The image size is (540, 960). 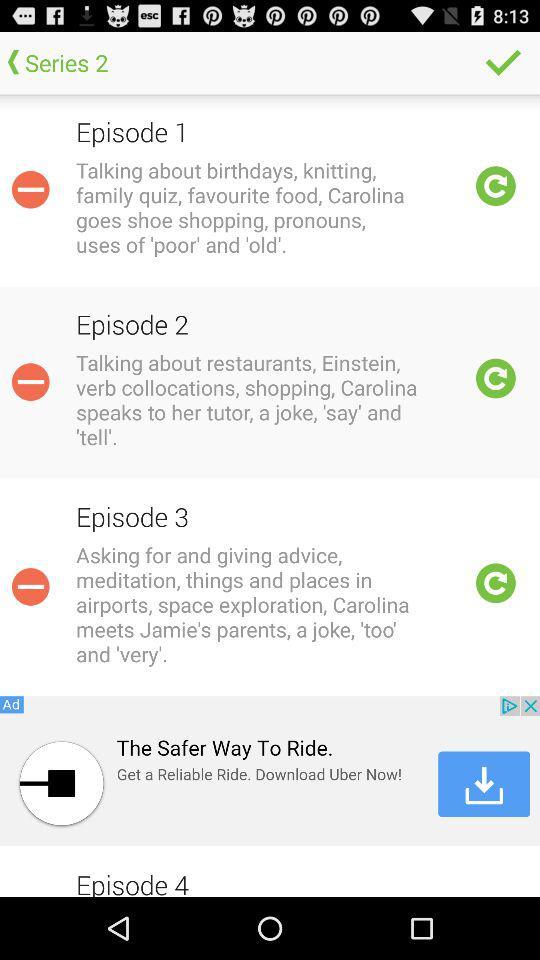 What do you see at coordinates (495, 377) in the screenshot?
I see `refresh` at bounding box center [495, 377].